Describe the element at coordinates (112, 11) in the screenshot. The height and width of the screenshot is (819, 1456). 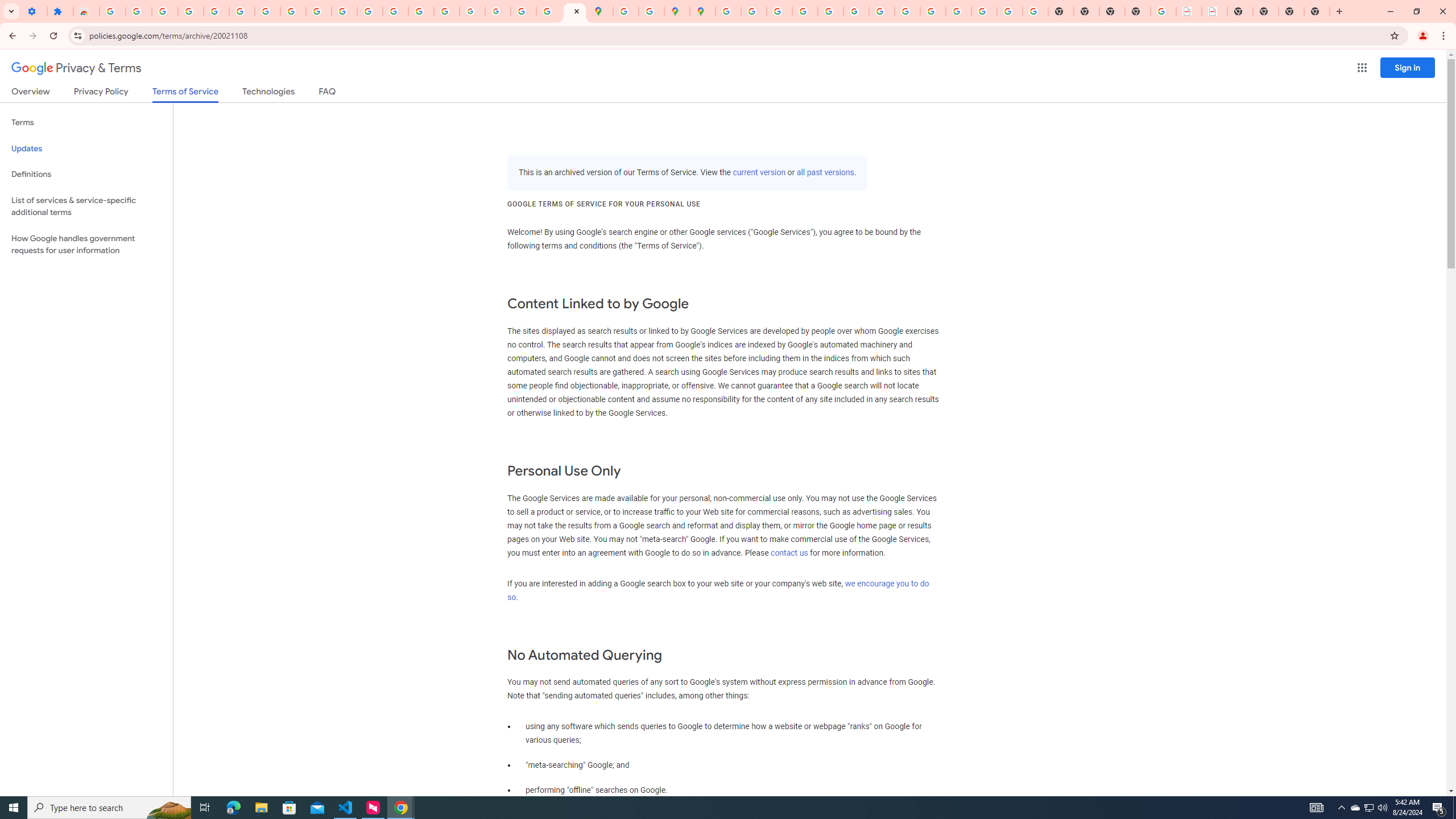
I see `'Sign in - Google Accounts'` at that location.